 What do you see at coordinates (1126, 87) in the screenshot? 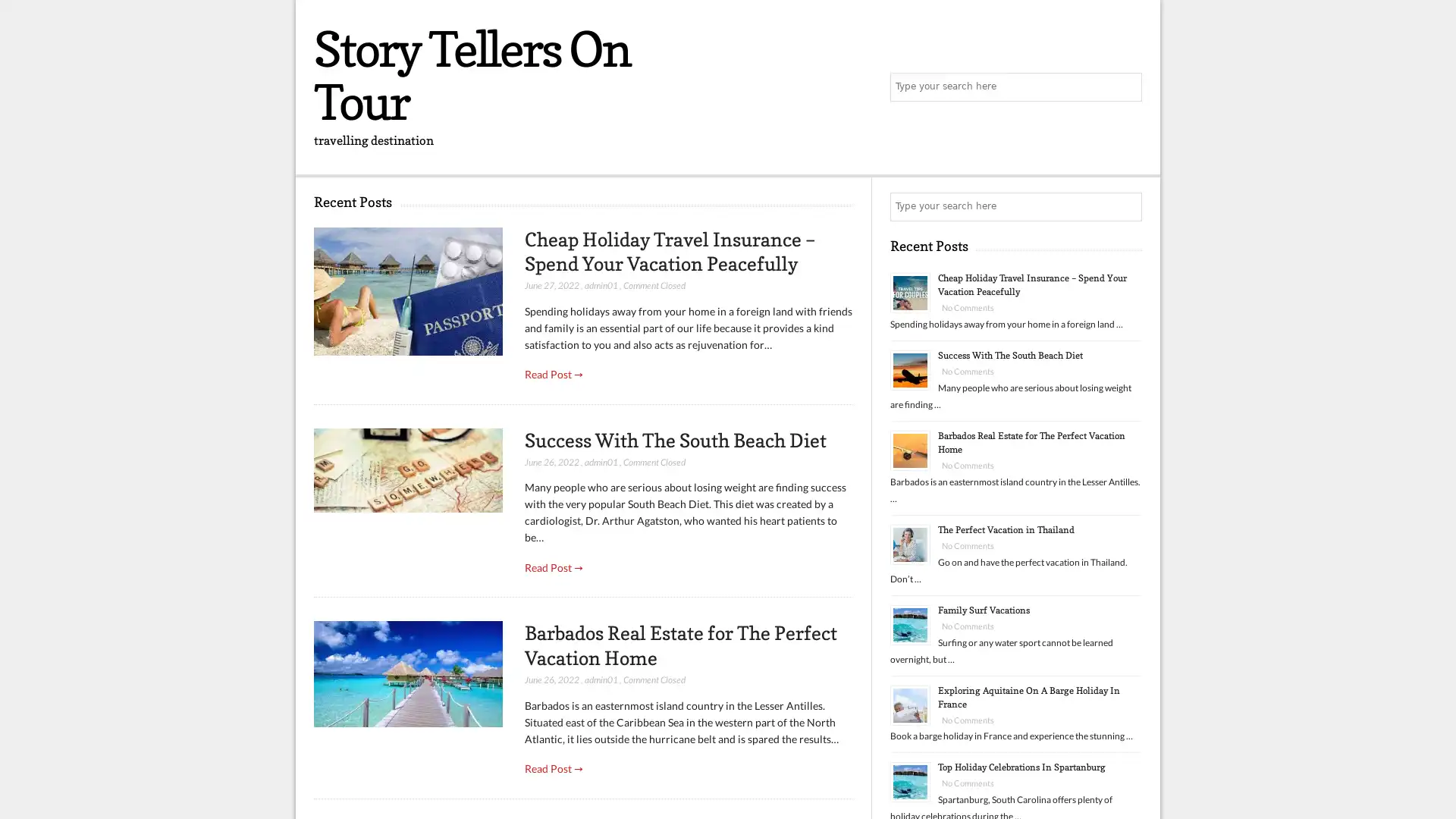
I see `Search` at bounding box center [1126, 87].